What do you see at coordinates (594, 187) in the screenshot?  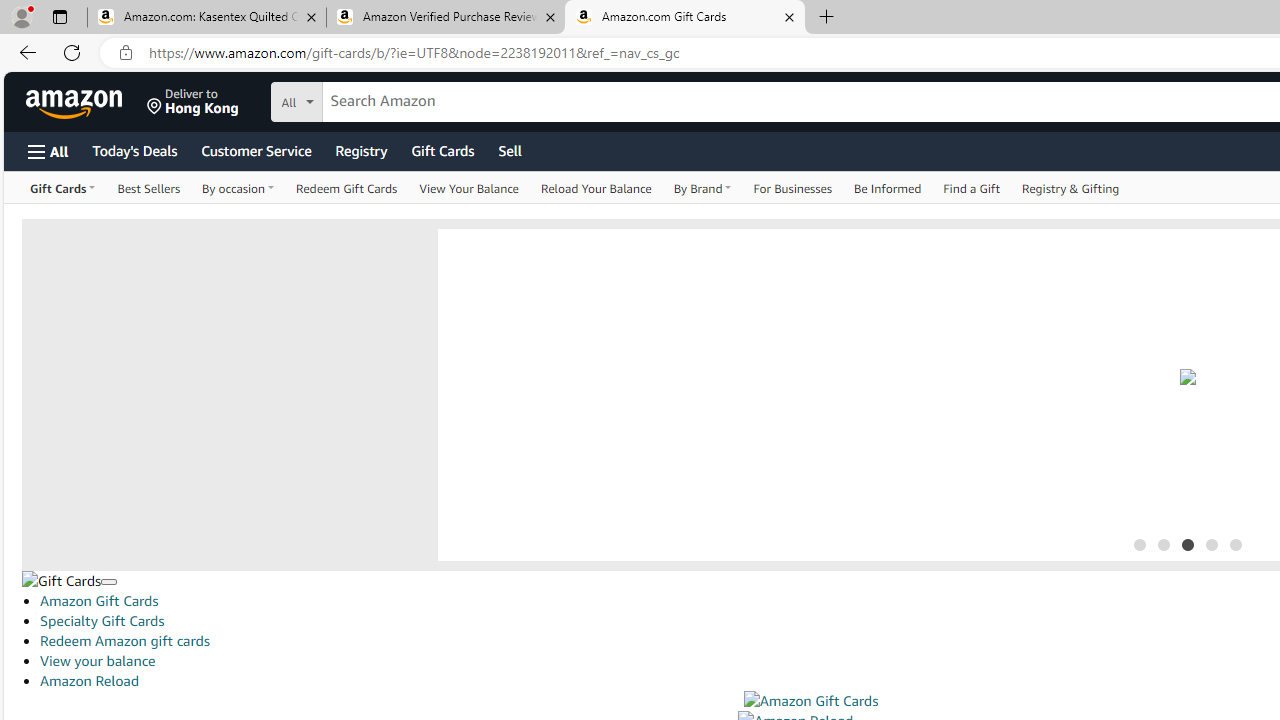 I see `'Reload Your Balance'` at bounding box center [594, 187].